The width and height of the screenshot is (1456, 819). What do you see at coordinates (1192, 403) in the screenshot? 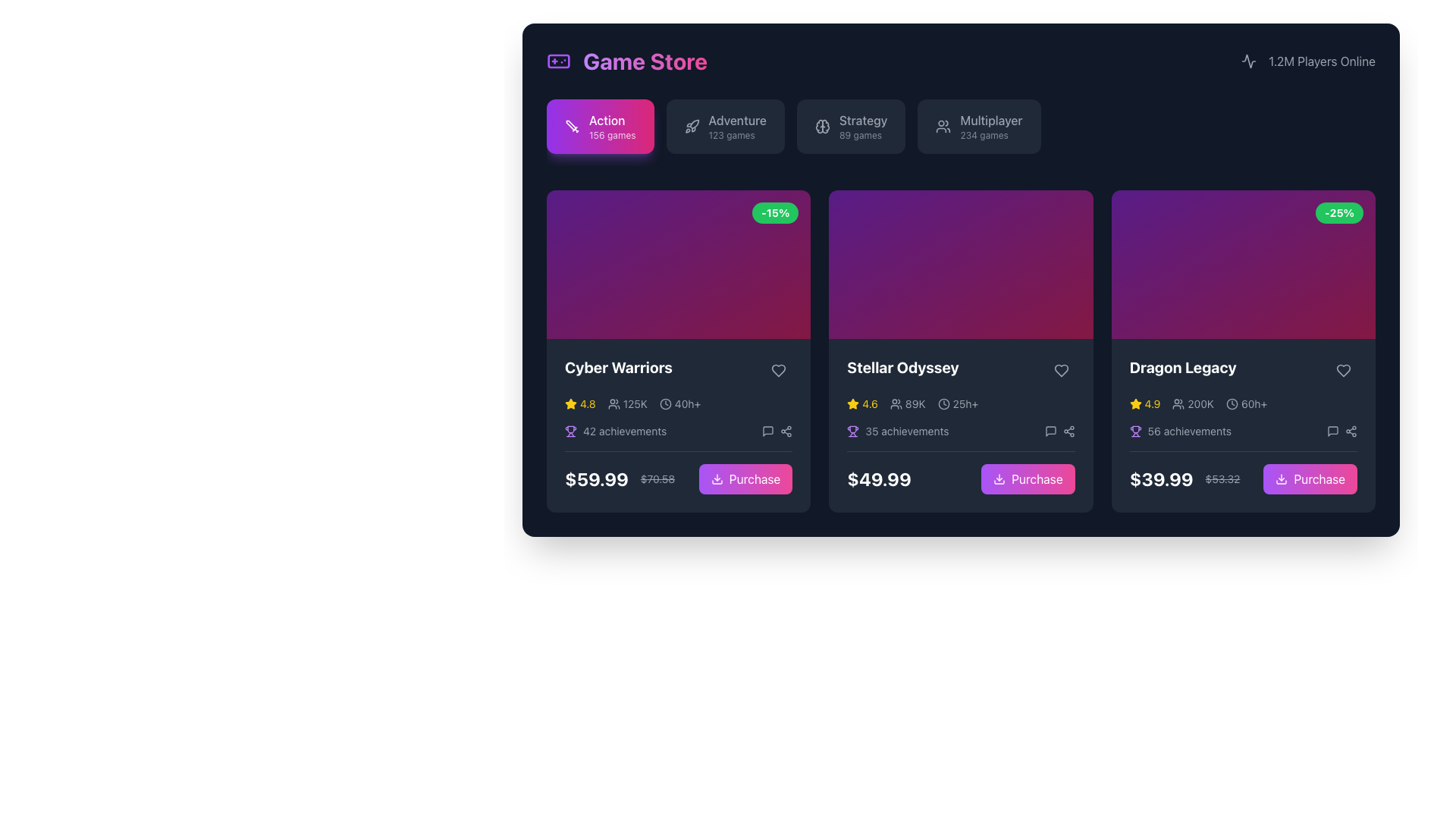
I see `gray text '200K' located next to the user icon in the third card titled 'Dragon Legacy', which is the second item in the row of metadata` at bounding box center [1192, 403].